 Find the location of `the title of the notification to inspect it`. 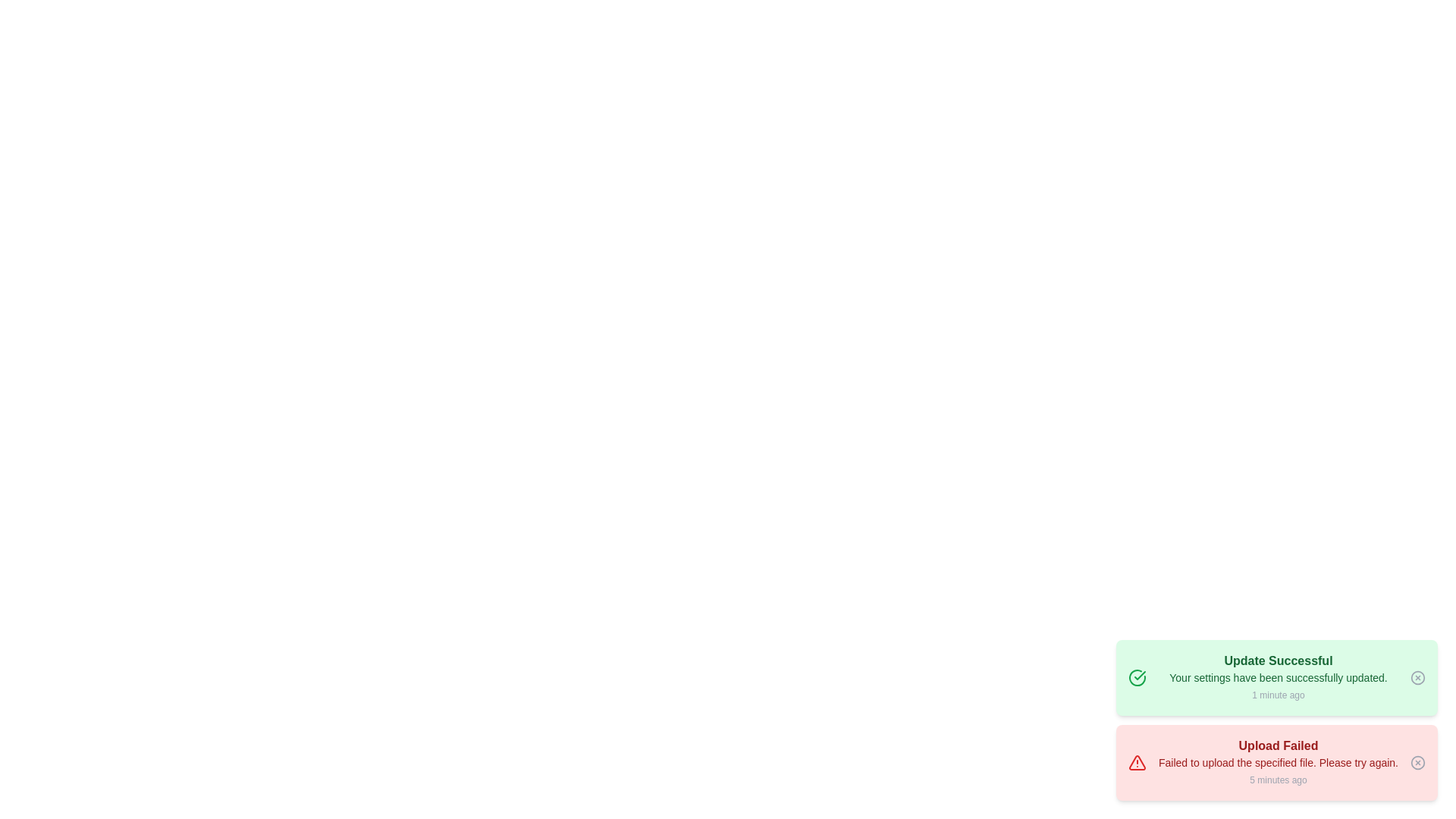

the title of the notification to inspect it is located at coordinates (1277, 660).